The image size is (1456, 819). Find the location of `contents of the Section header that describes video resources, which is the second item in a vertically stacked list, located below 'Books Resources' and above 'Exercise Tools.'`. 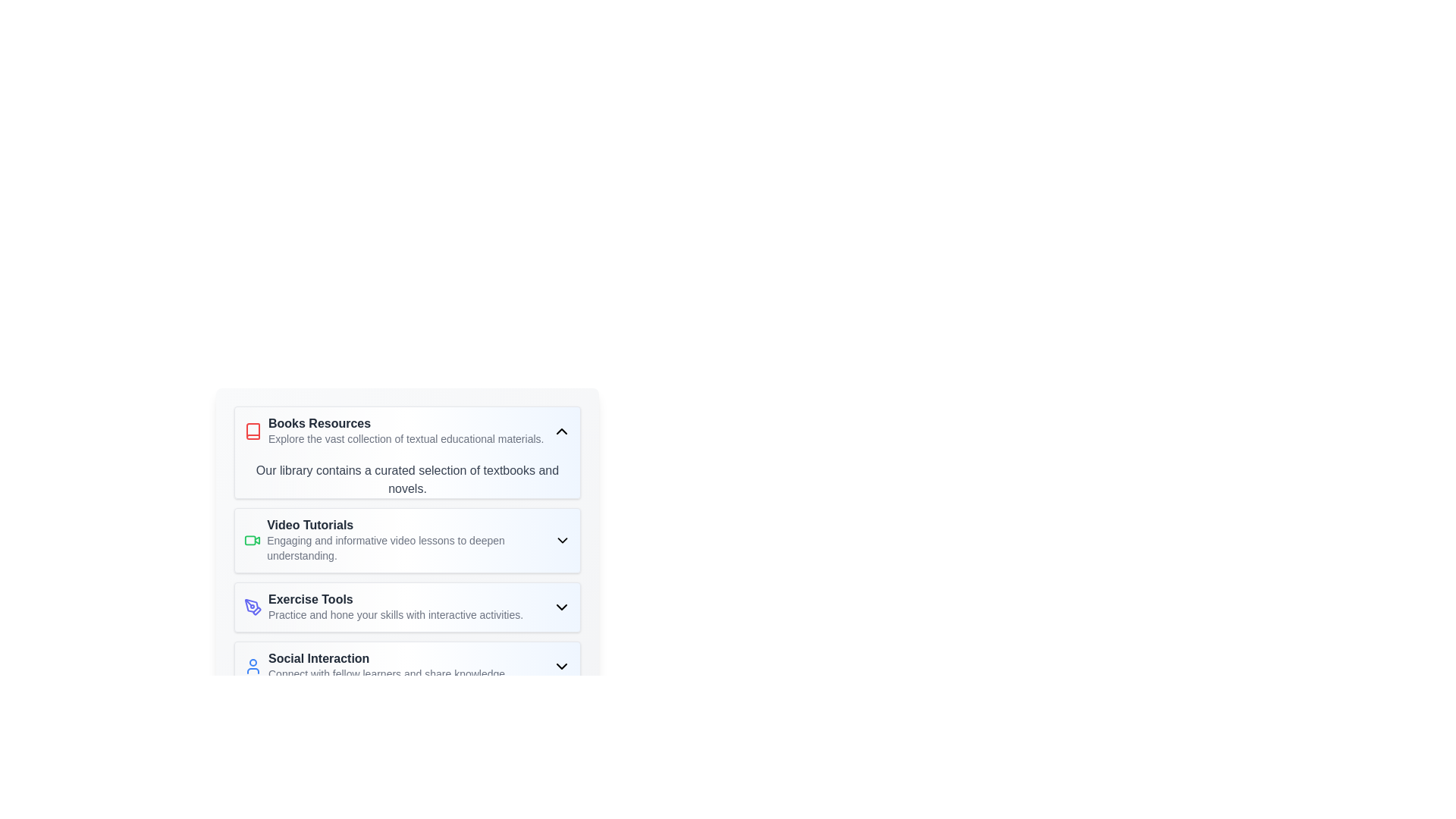

contents of the Section header that describes video resources, which is the second item in a vertically stacked list, located below 'Books Resources' and above 'Exercise Tools.' is located at coordinates (399, 540).